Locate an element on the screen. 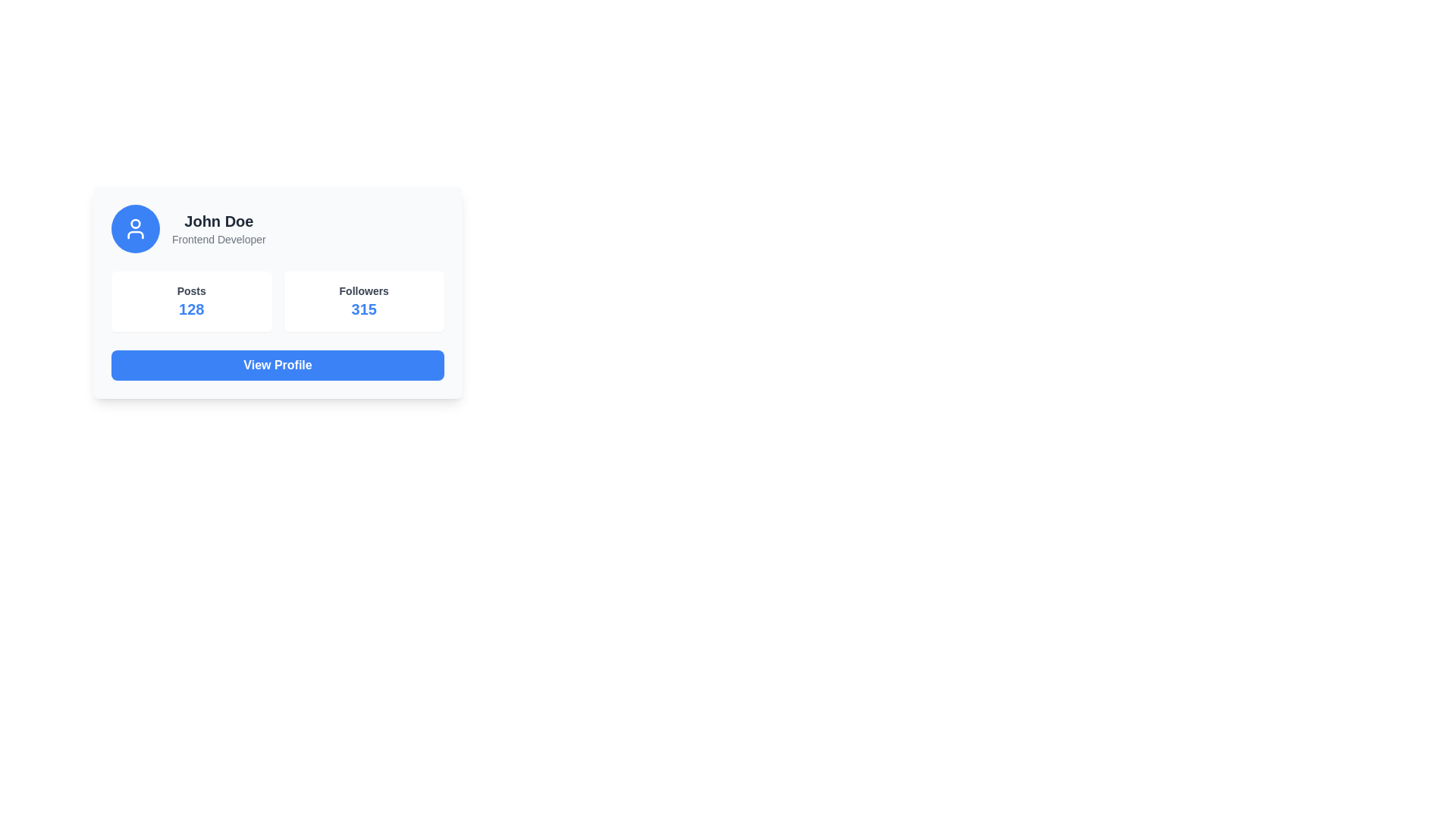  the button at the bottom of the card layout is located at coordinates (278, 366).